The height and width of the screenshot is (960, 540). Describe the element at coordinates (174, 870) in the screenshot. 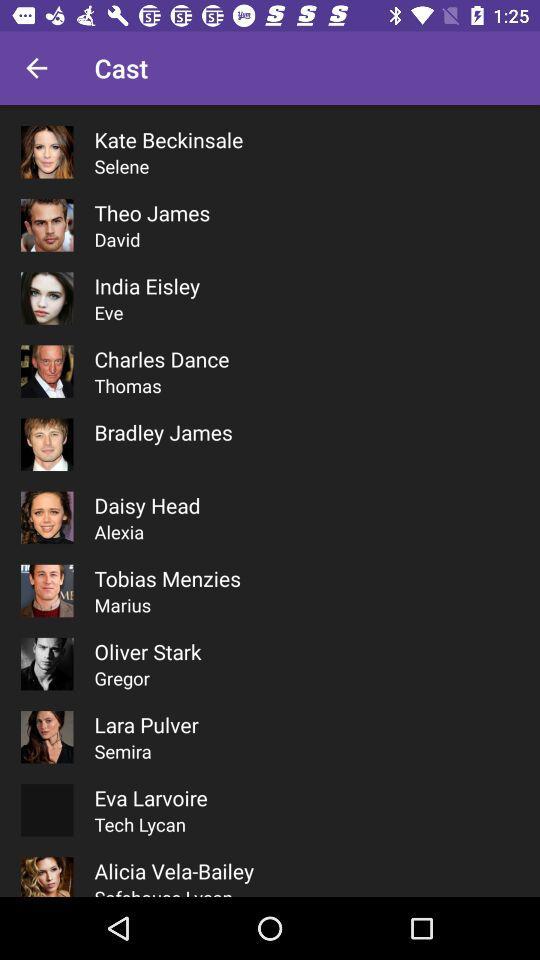

I see `the item above safehouse lycan` at that location.